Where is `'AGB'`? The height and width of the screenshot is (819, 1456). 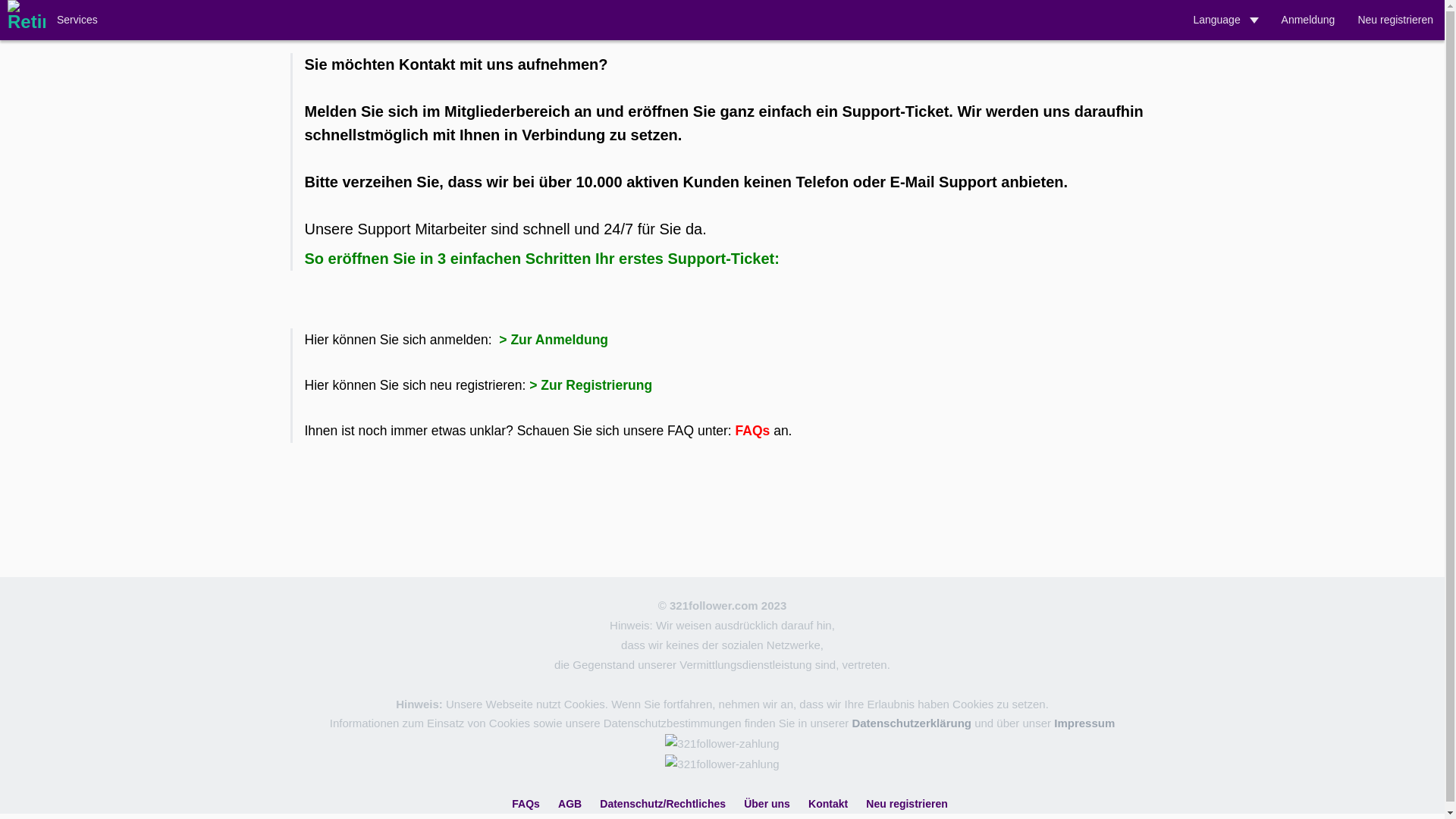 'AGB' is located at coordinates (569, 803).